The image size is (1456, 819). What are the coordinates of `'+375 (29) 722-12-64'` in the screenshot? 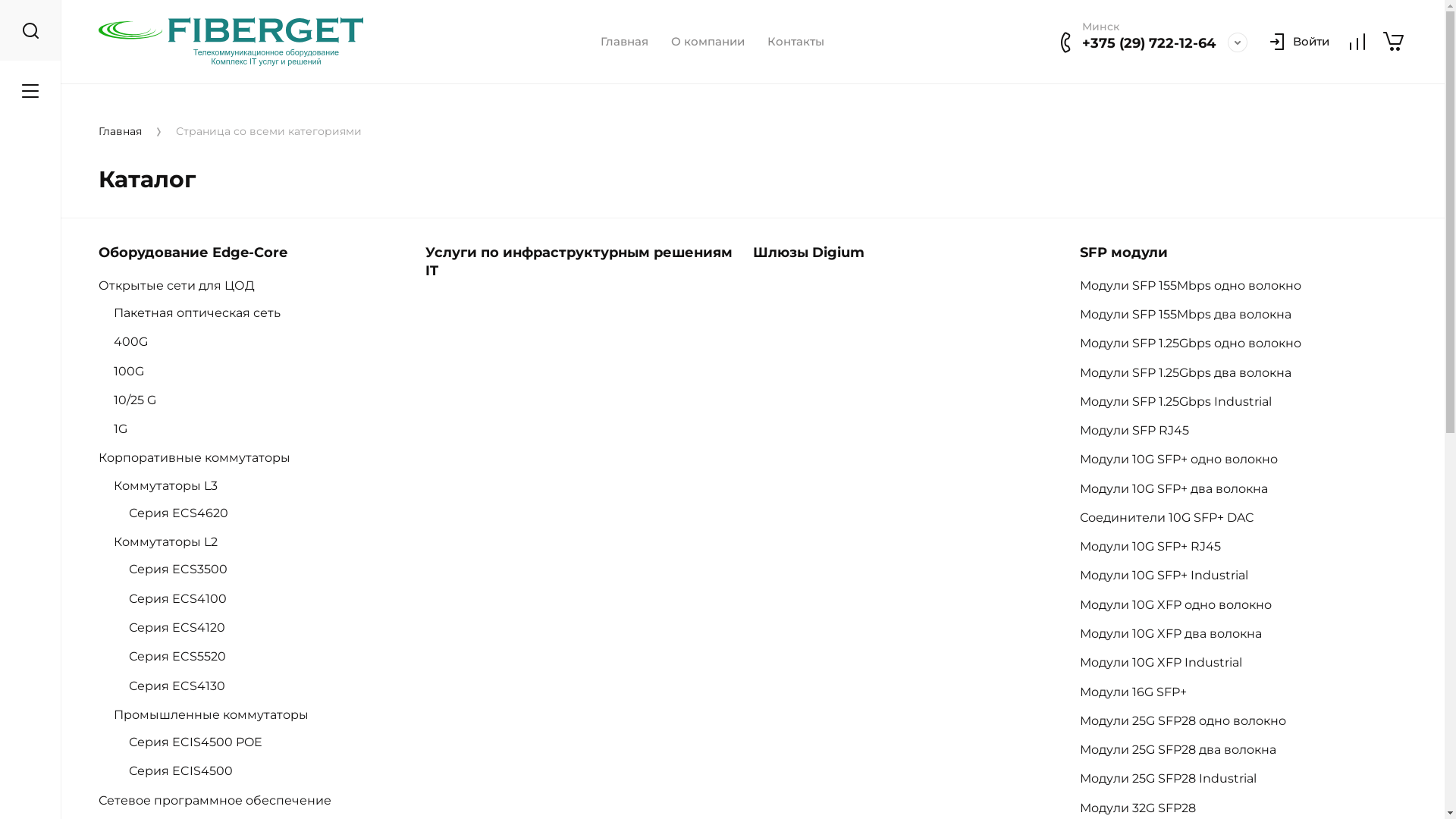 It's located at (1149, 42).